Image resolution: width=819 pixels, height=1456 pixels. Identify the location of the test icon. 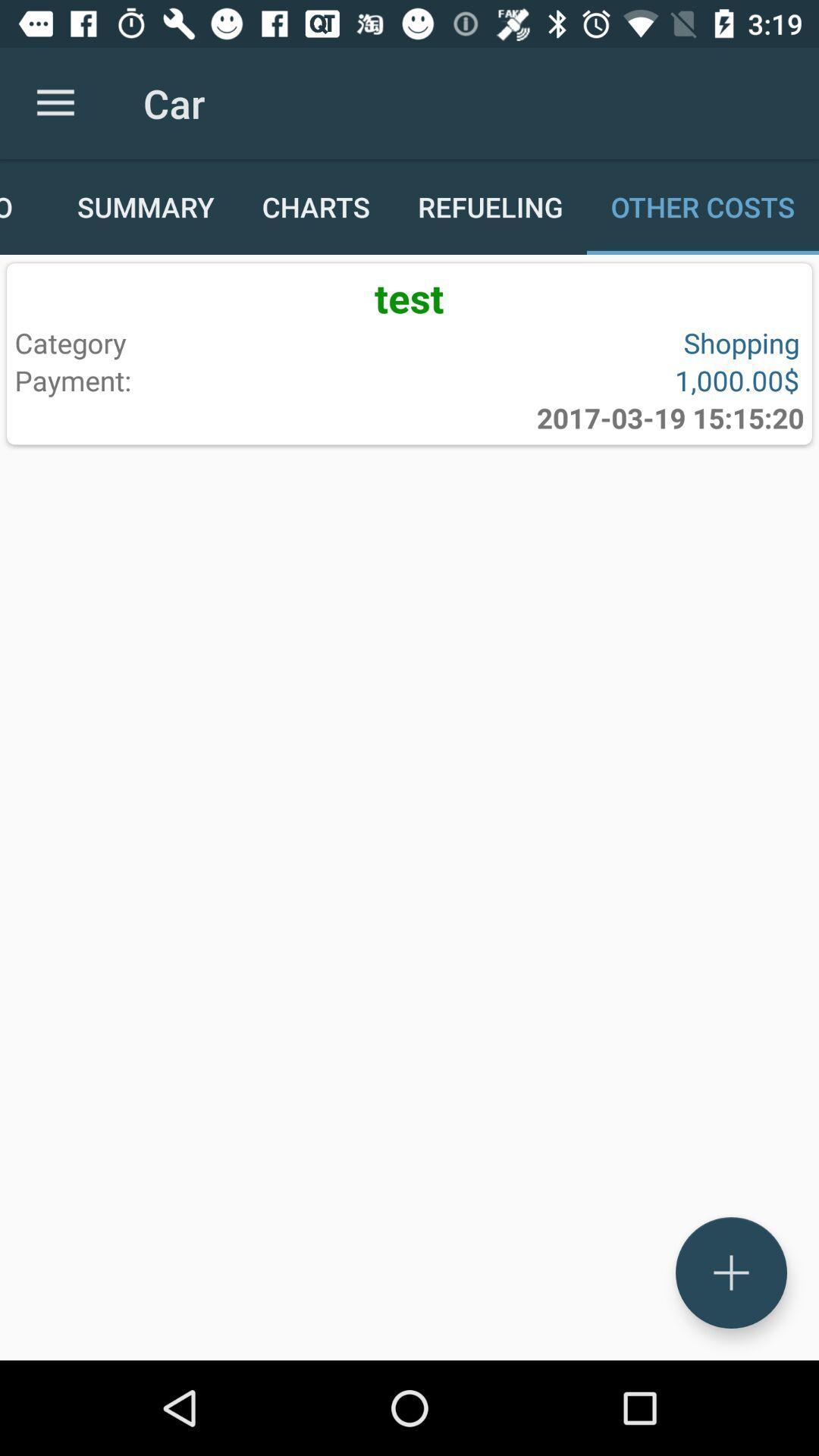
(409, 297).